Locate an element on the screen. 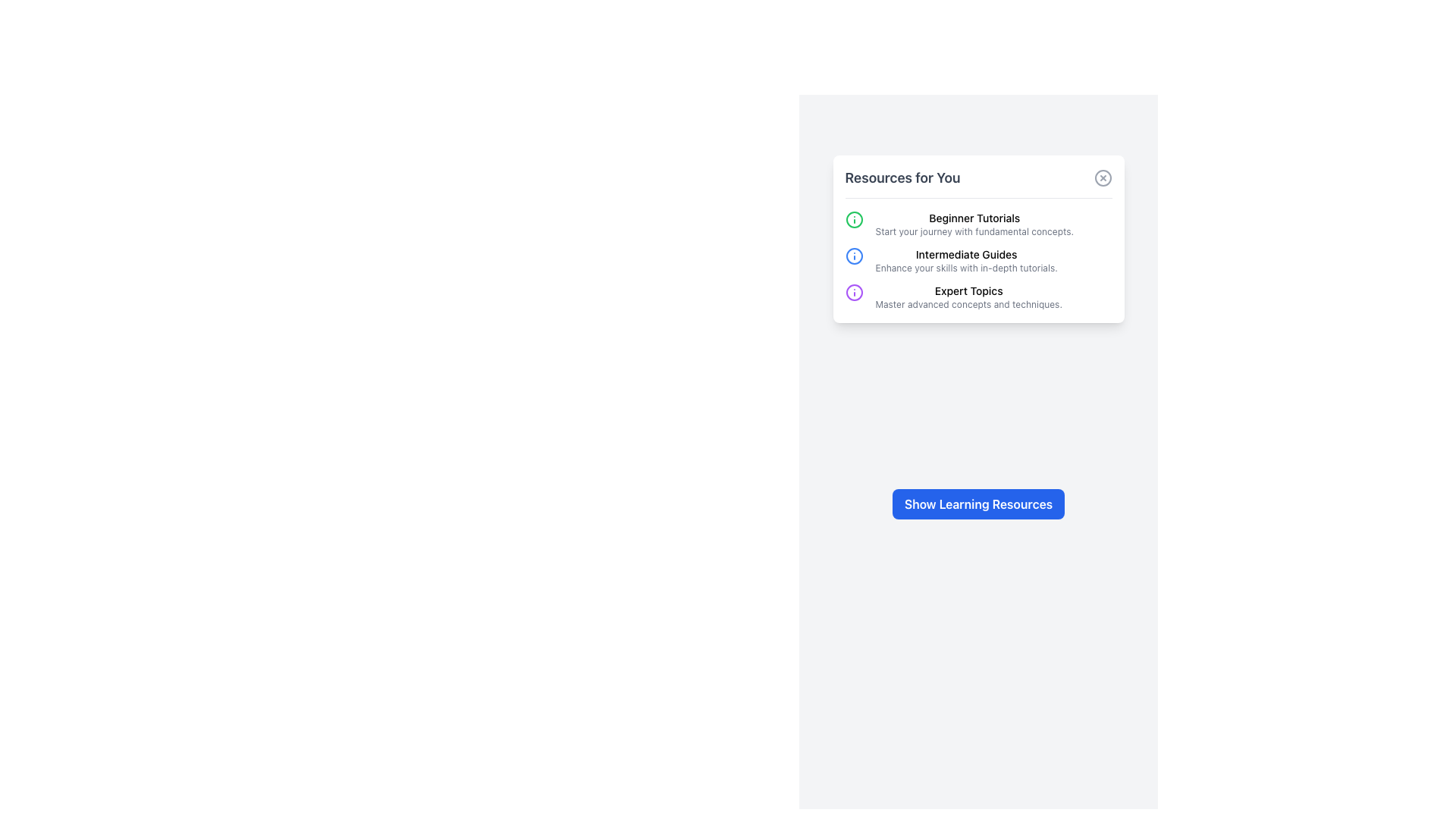  the descriptive text labeled 'Start your journey with fundamental concepts' located below the bold title 'Beginner Tutorials' in the 'Resources for You' card is located at coordinates (974, 231).